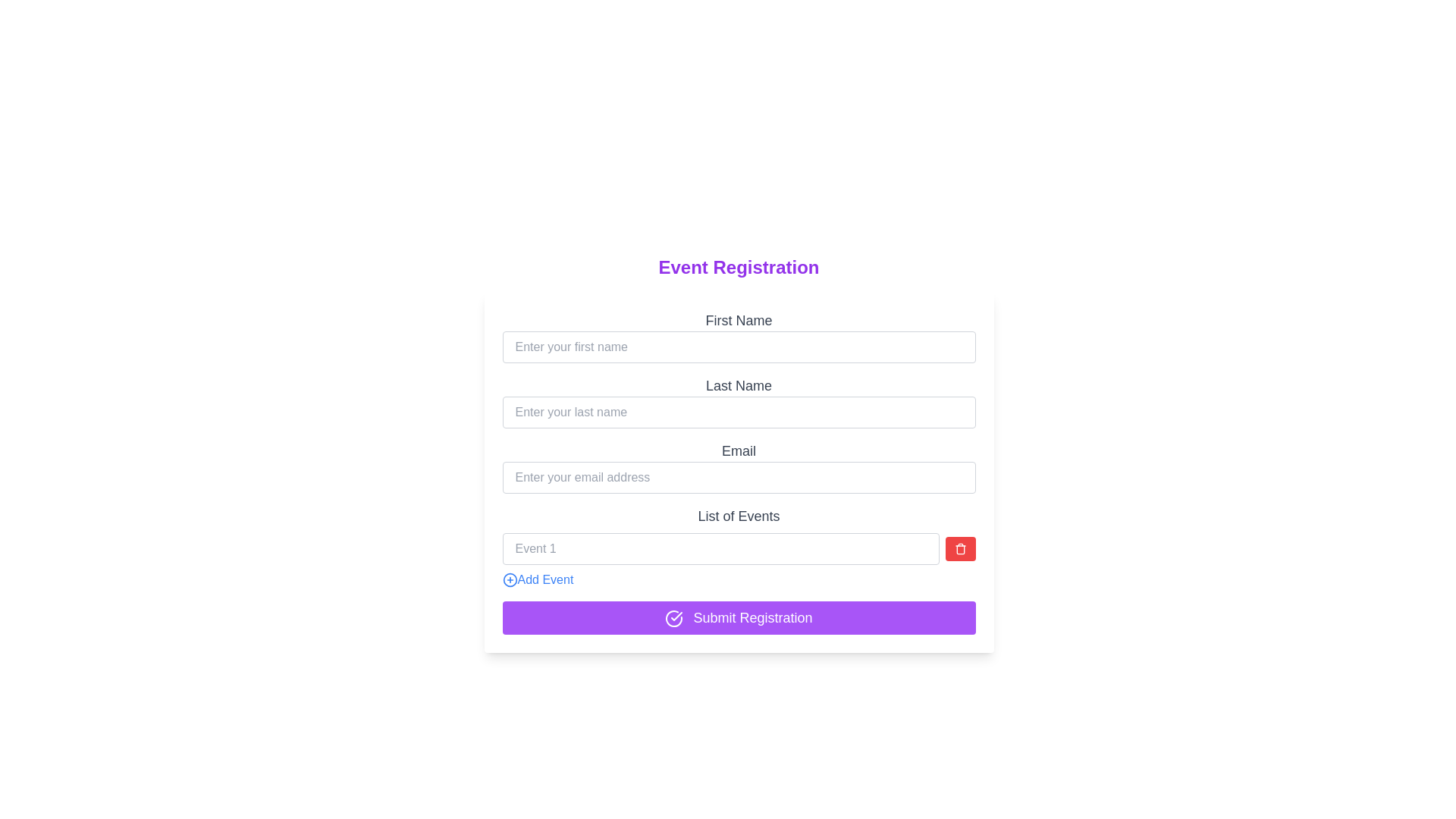 The image size is (1456, 819). I want to click on the label that indicates the input field for entering the user's last name, which is positioned directly above the corresponding input field, so click(739, 385).